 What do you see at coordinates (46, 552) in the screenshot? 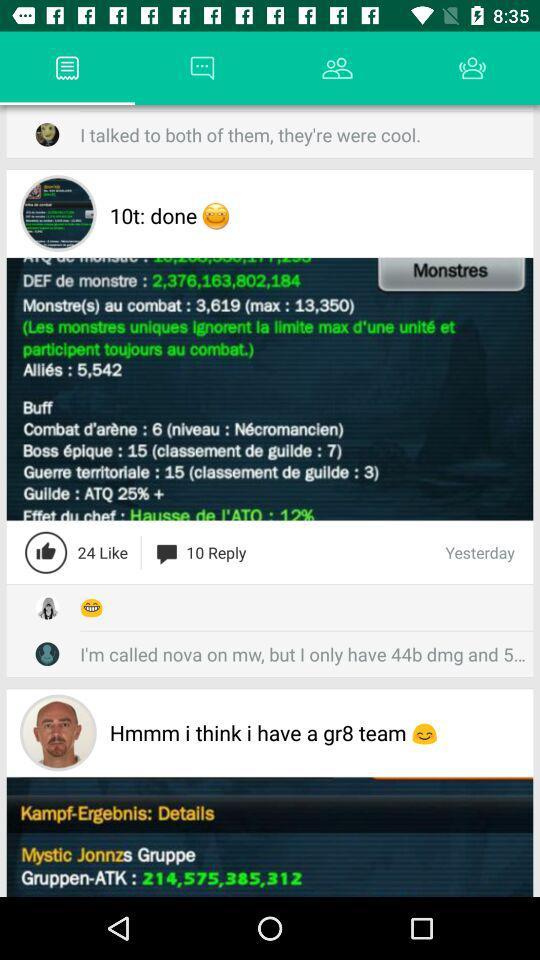
I see `like the page` at bounding box center [46, 552].